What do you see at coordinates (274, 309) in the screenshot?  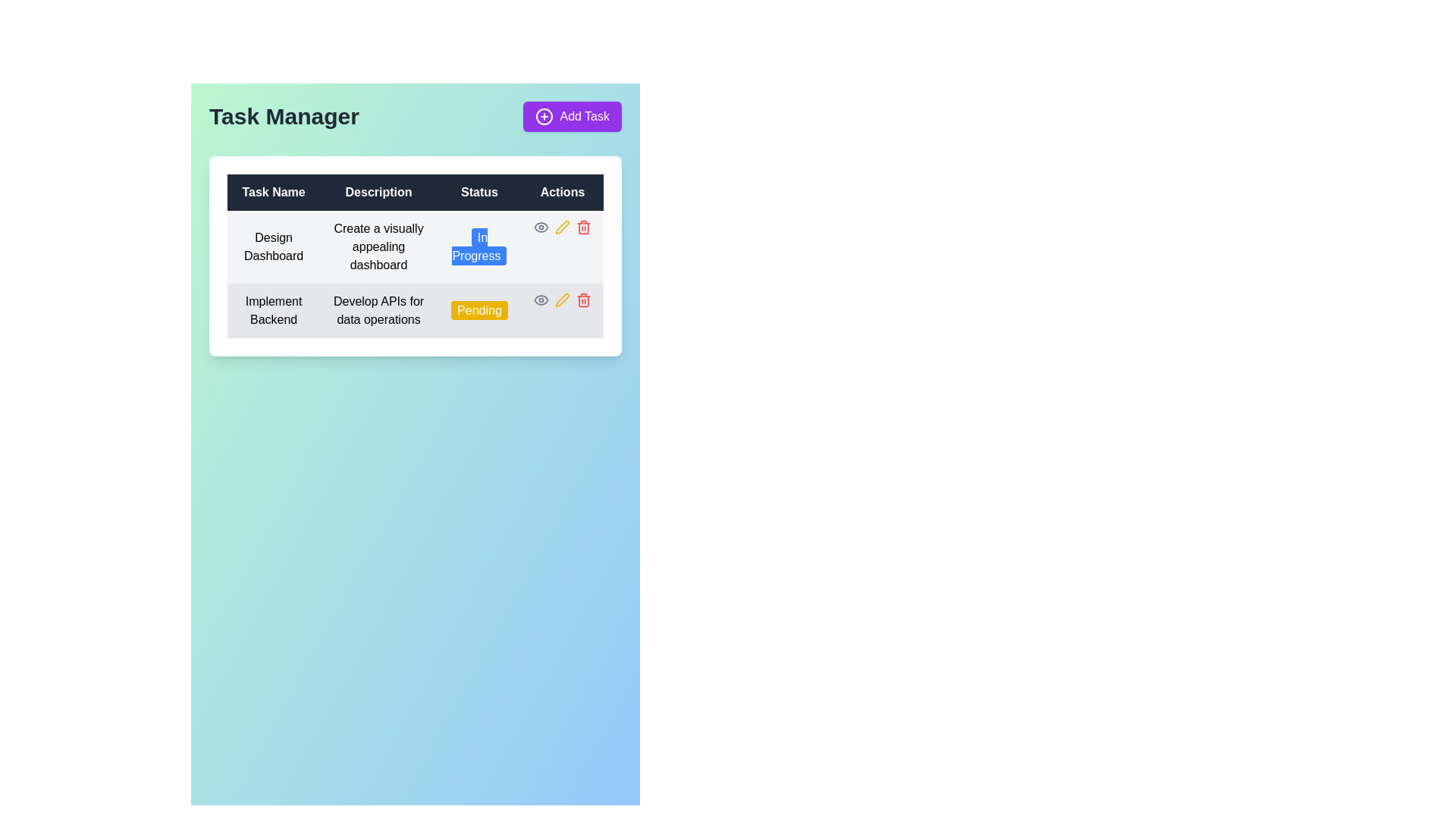 I see `text content of the label in the first column of the second row of the task table under the 'Task Name' column` at bounding box center [274, 309].